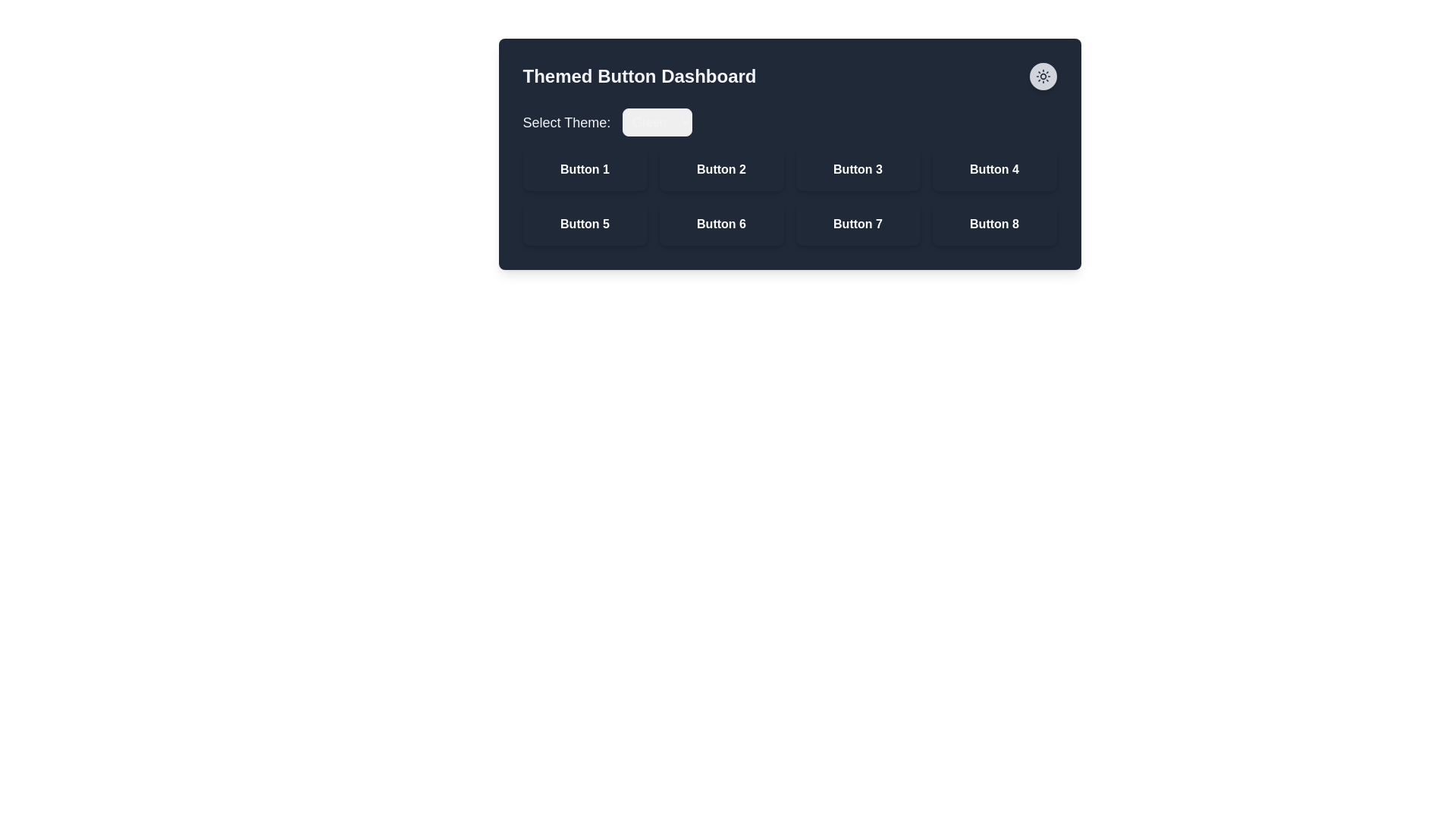 The width and height of the screenshot is (1456, 819). I want to click on 'Button 2', a rectangular button with white bold text on a green background, so click(720, 169).